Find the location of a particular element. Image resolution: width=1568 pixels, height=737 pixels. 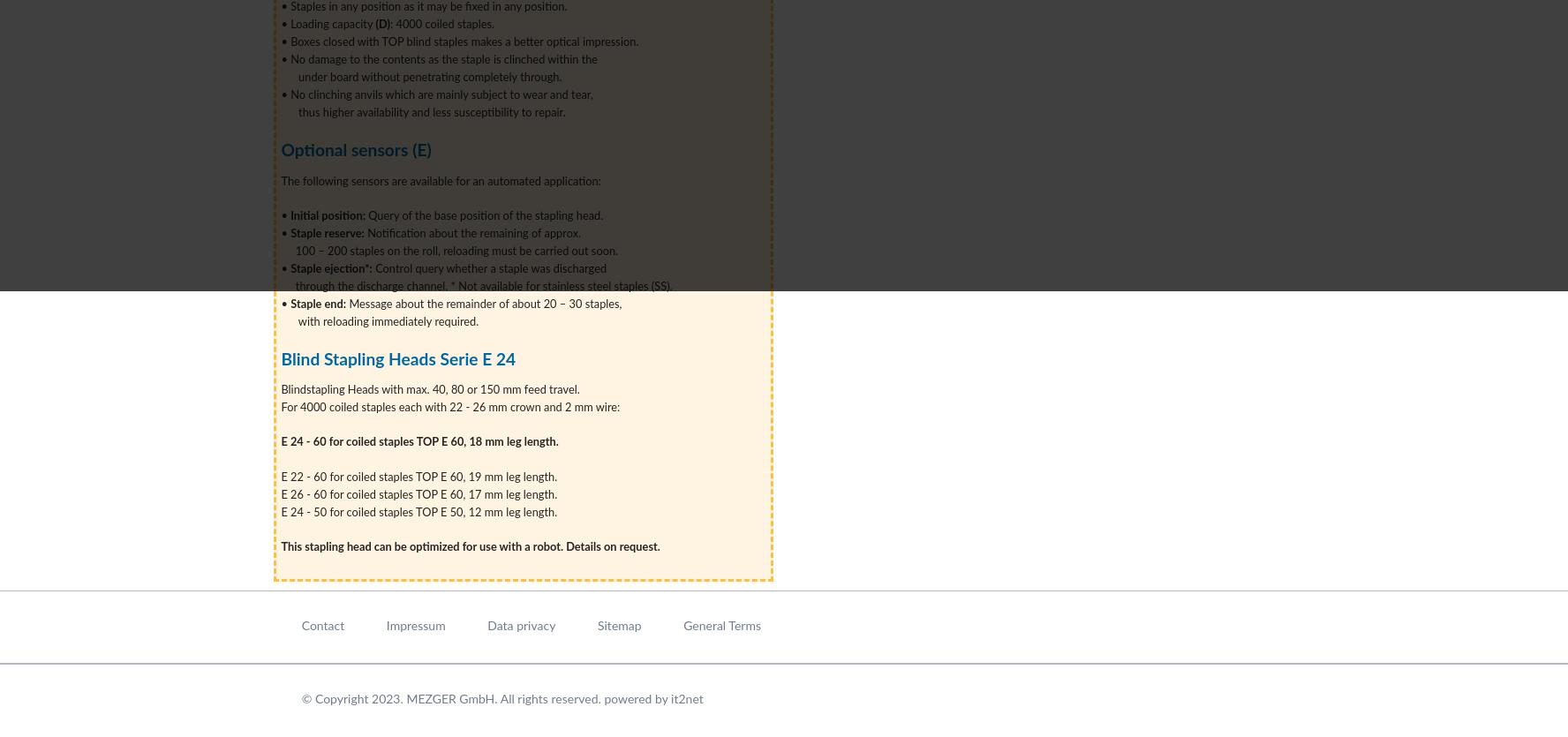

'Notification about the remaining of approx.' is located at coordinates (471, 232).